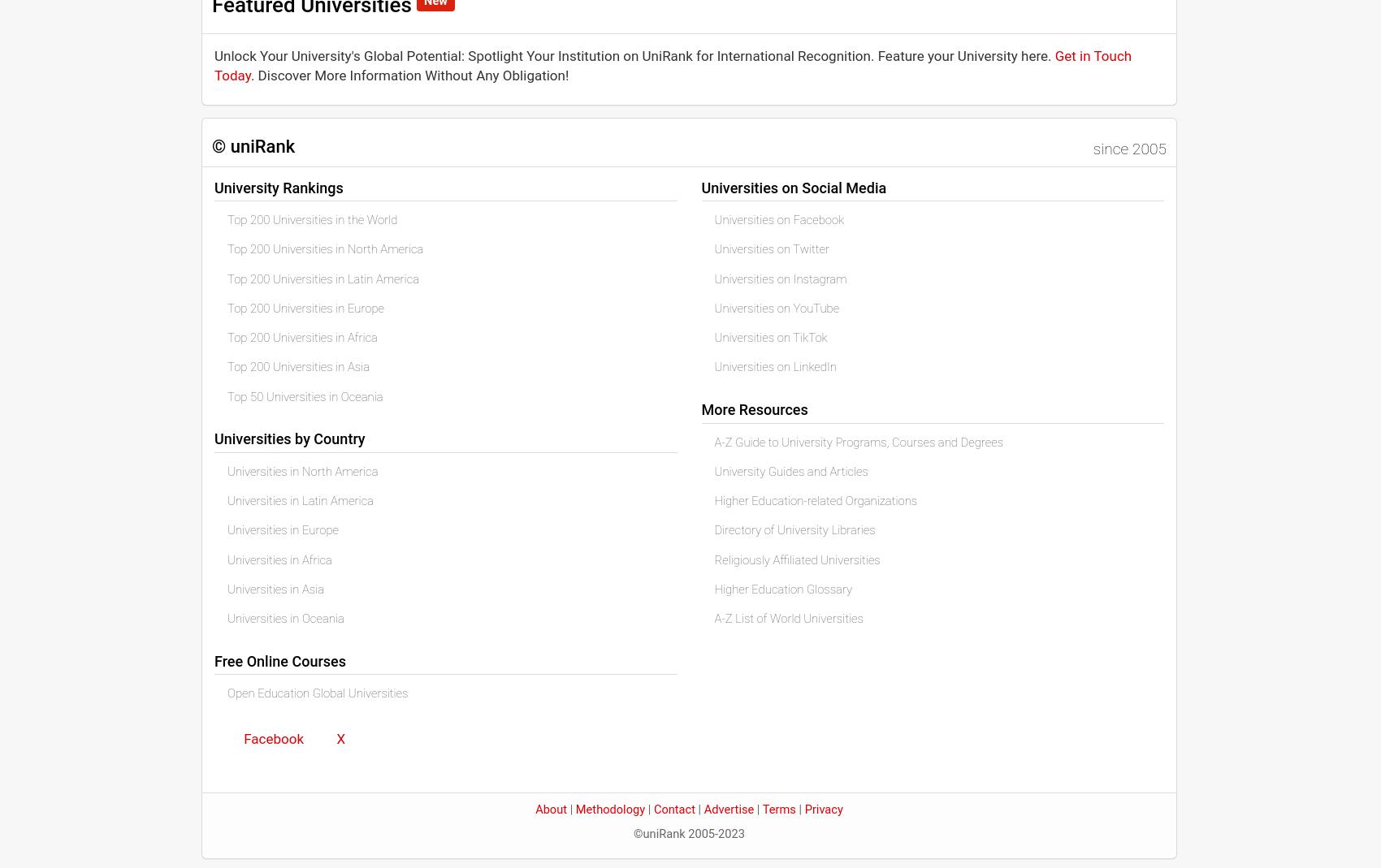 The height and width of the screenshot is (868, 1381). Describe the element at coordinates (771, 248) in the screenshot. I see `'Universities on Twitter'` at that location.